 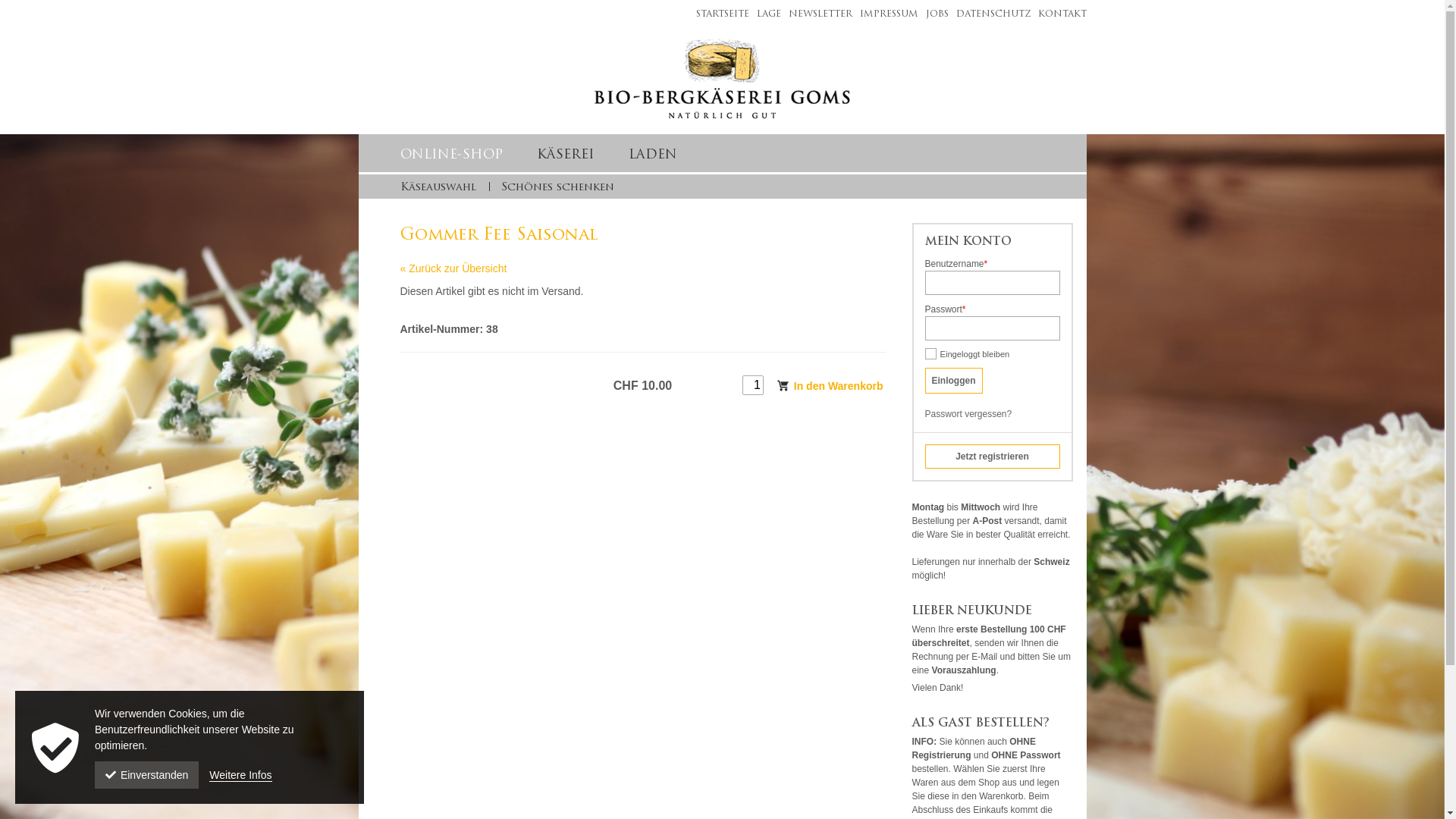 I want to click on 'Einverstanden', so click(x=146, y=775).